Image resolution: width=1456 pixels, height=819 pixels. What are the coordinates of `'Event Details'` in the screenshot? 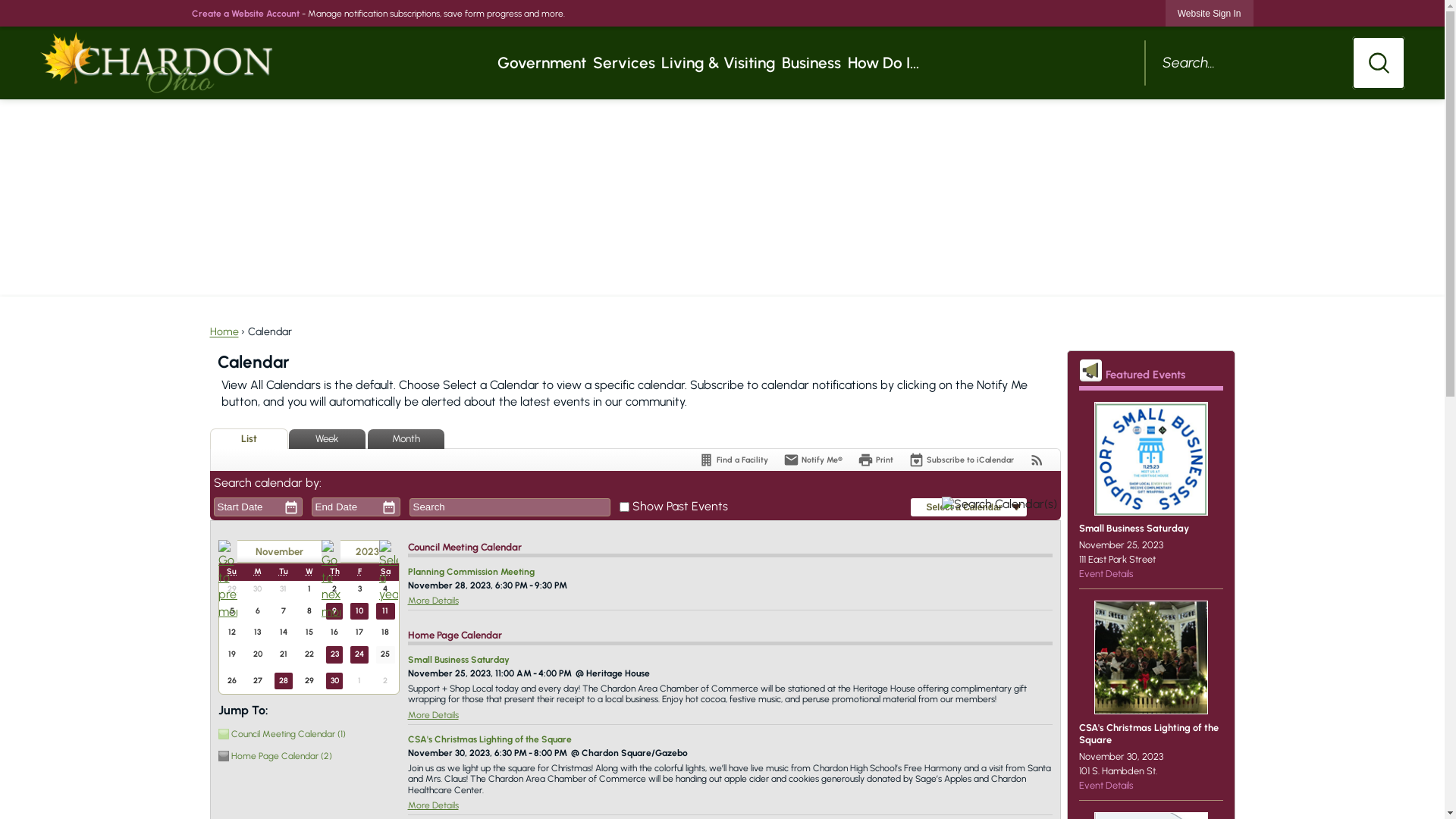 It's located at (1106, 785).